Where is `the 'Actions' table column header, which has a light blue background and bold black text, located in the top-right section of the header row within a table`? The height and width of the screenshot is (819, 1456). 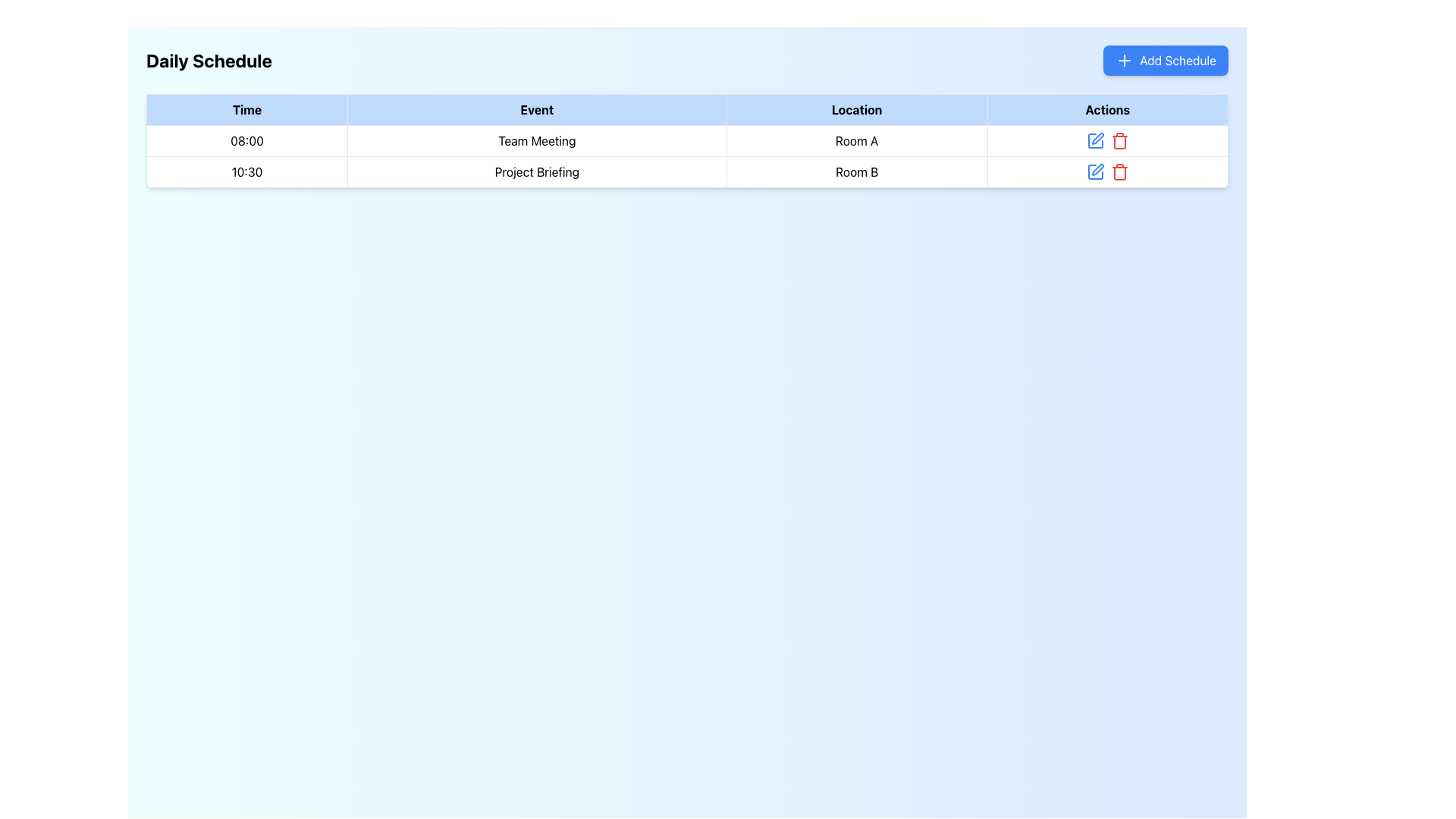
the 'Actions' table column header, which has a light blue background and bold black text, located in the top-right section of the header row within a table is located at coordinates (1107, 109).